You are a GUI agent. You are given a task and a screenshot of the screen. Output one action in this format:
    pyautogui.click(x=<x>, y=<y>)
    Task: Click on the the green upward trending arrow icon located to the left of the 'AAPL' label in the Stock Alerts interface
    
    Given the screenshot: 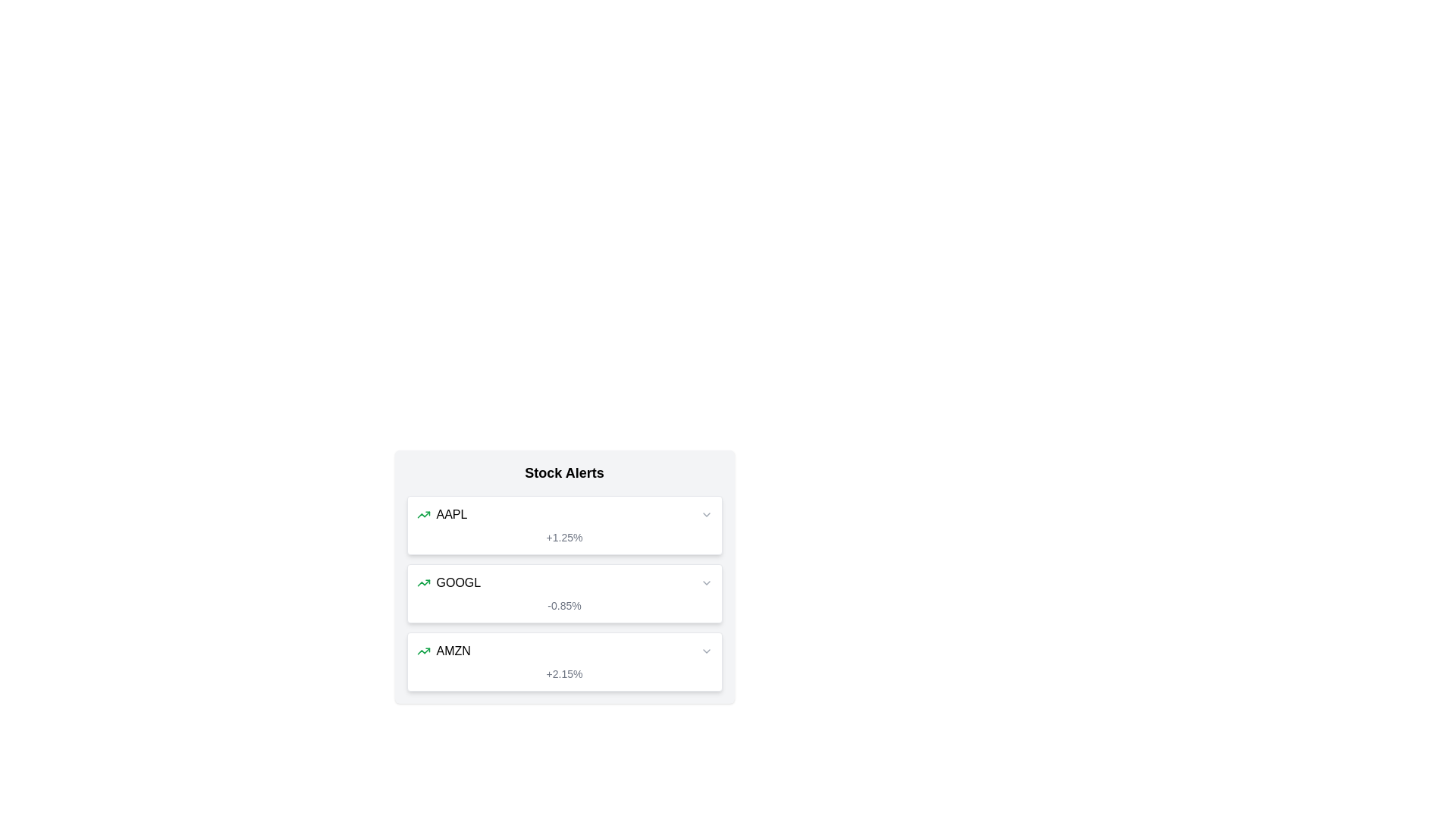 What is the action you would take?
    pyautogui.click(x=423, y=513)
    